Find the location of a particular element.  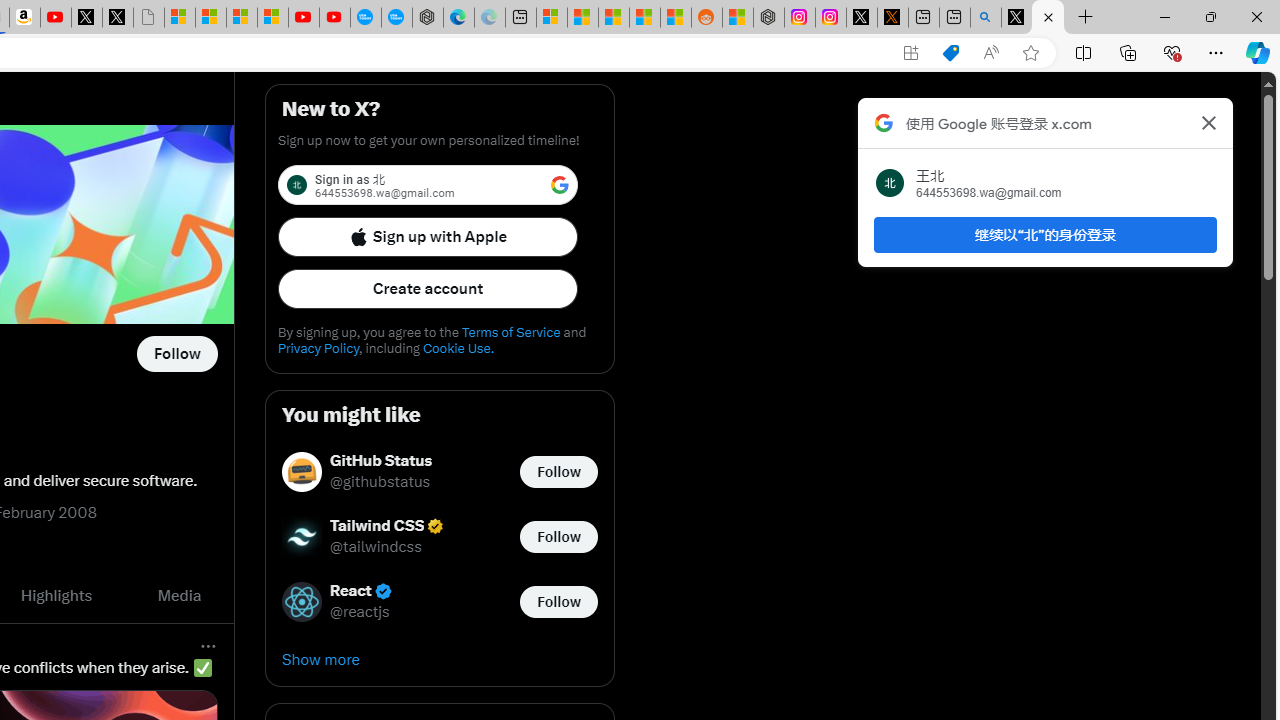

'github - Search' is located at coordinates (986, 17).